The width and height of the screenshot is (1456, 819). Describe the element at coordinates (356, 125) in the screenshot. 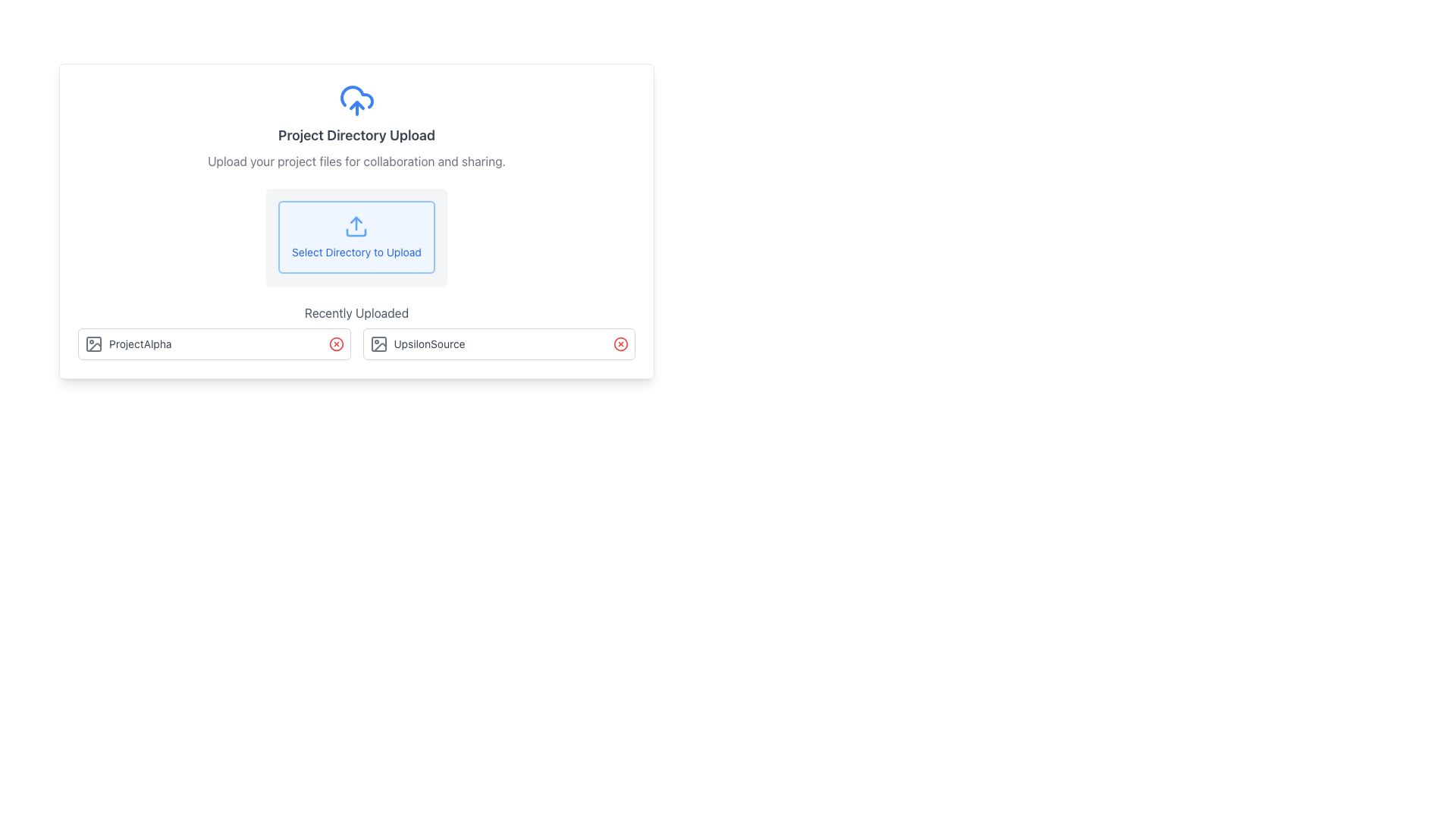

I see `the Informational Block that describes the purpose of the interface and provides instructions for uploading project files, which is located above the 'Select Directory to Upload' button` at that location.